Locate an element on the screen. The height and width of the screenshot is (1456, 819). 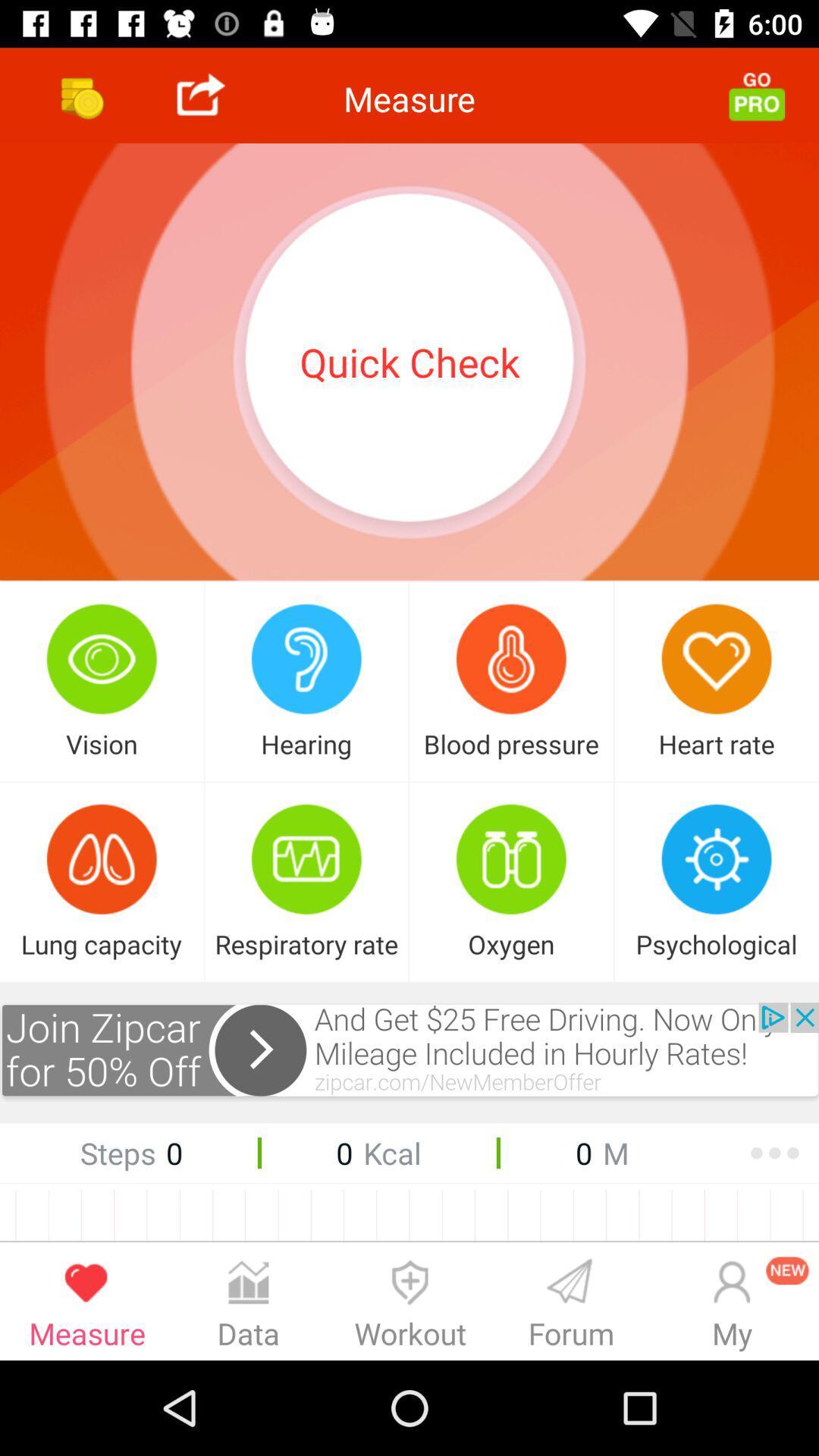
open advertisement is located at coordinates (409, 1051).